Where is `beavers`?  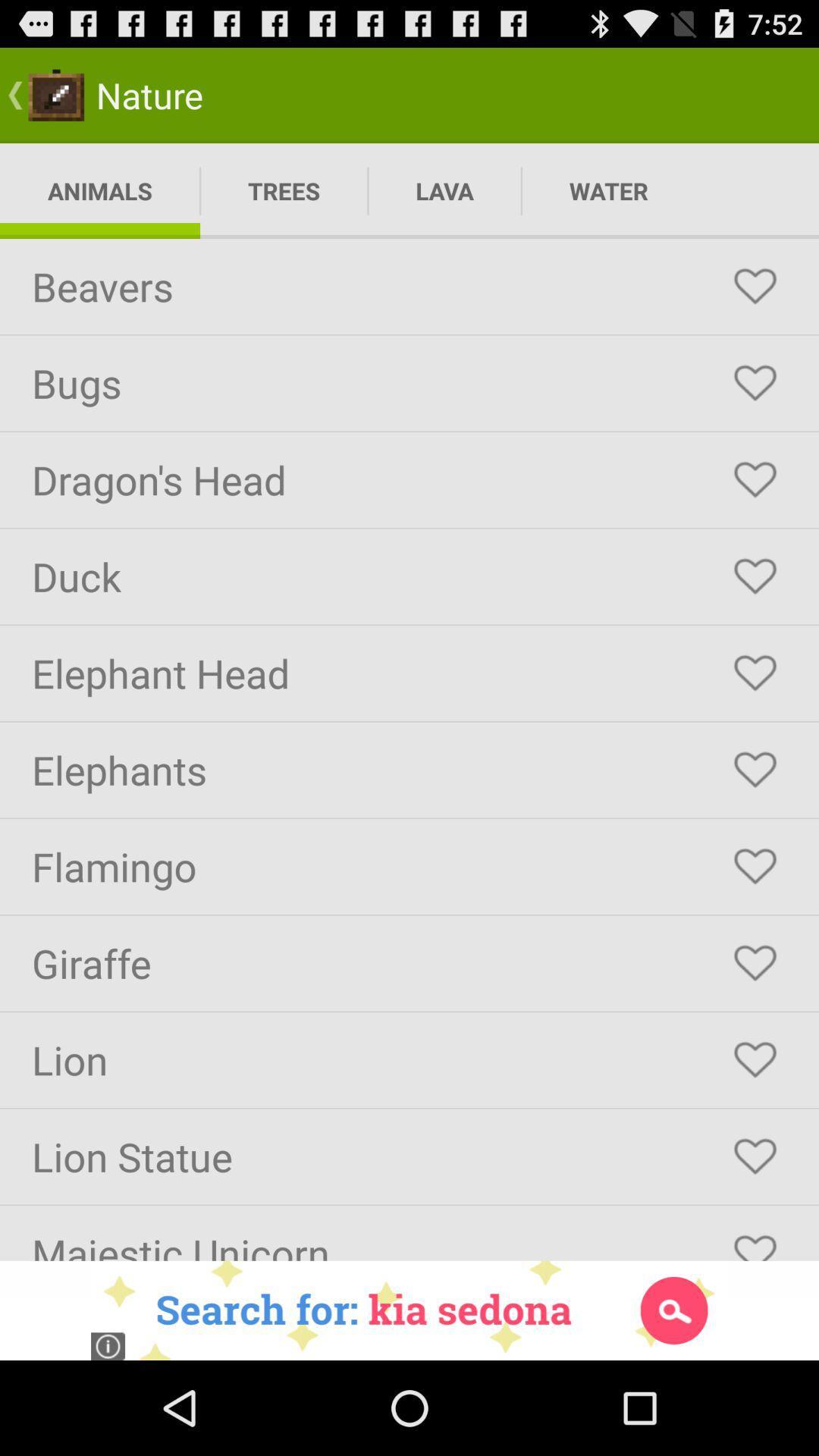
beavers is located at coordinates (755, 287).